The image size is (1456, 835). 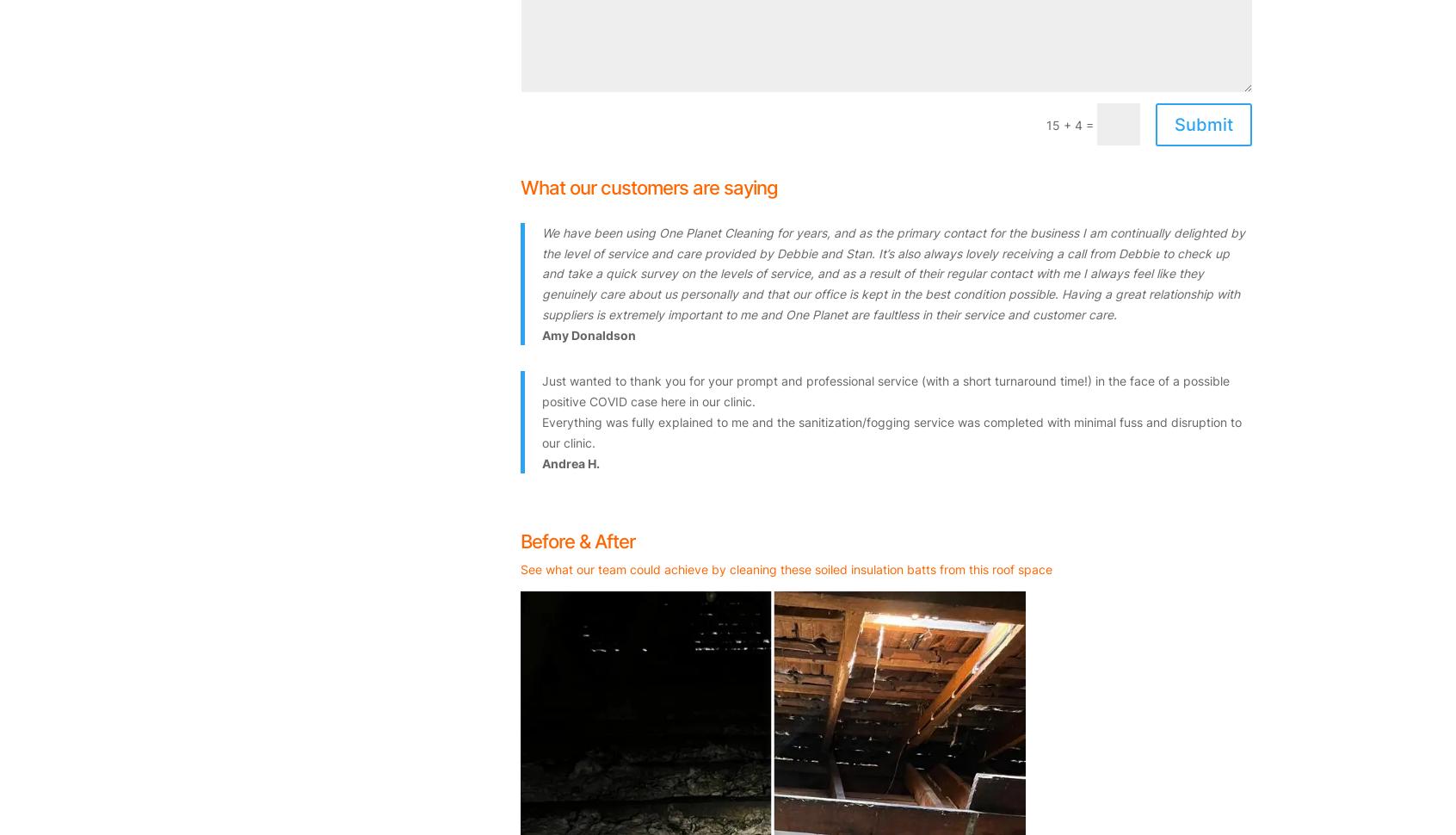 What do you see at coordinates (577, 541) in the screenshot?
I see `'Before & After'` at bounding box center [577, 541].